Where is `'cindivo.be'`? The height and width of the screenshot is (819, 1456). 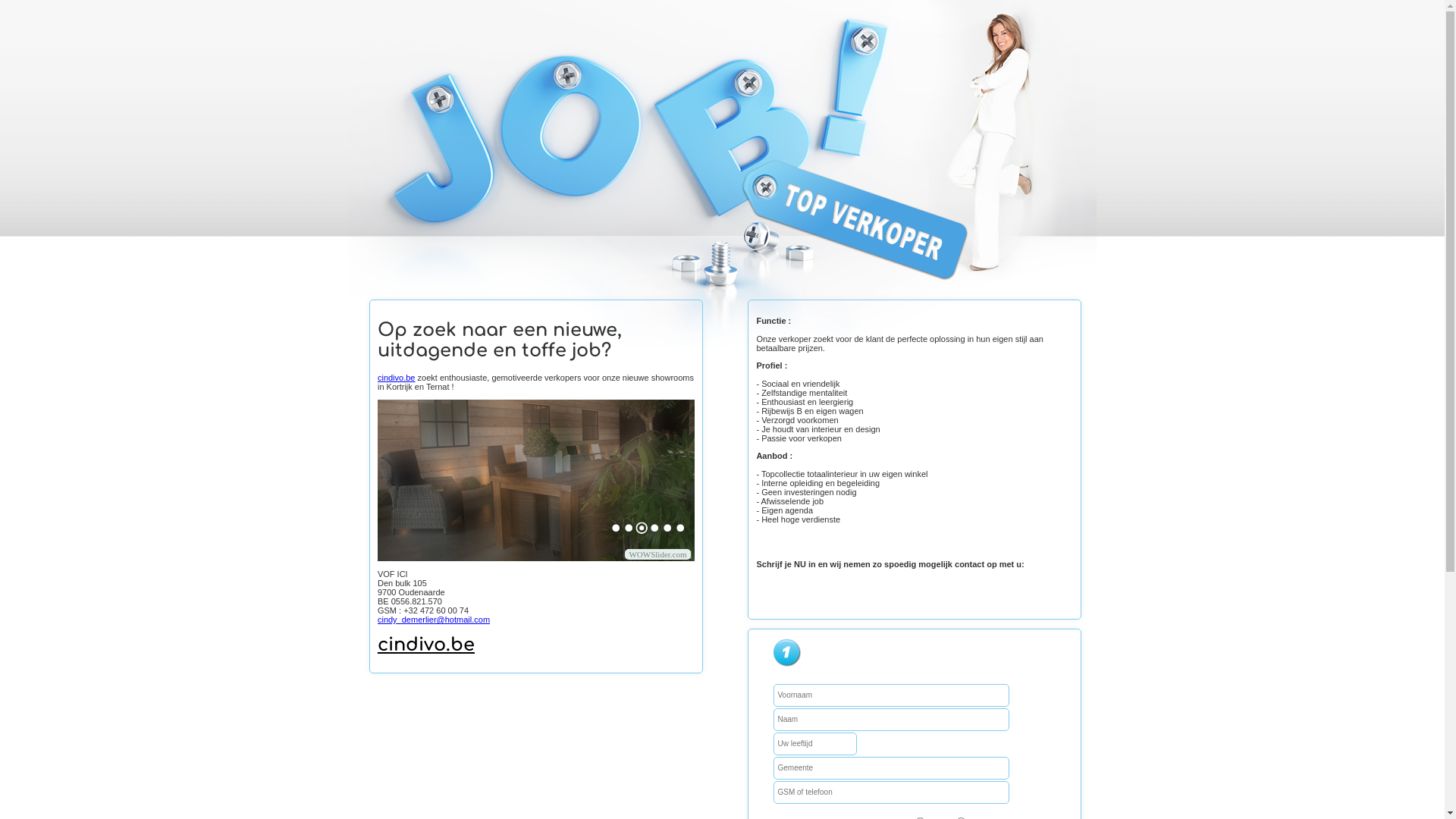
'cindivo.be' is located at coordinates (397, 376).